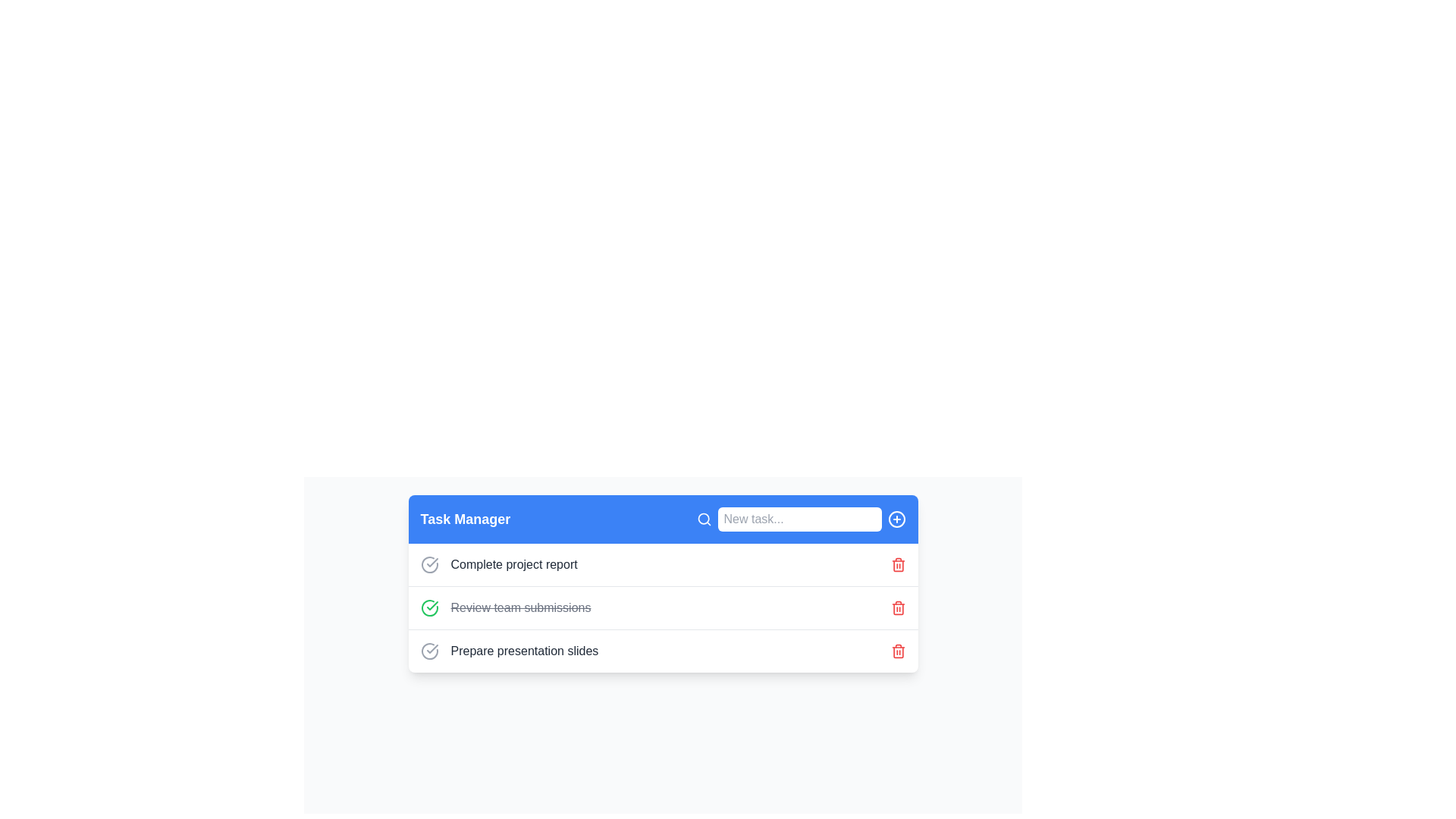  What do you see at coordinates (428, 651) in the screenshot?
I see `the Checkbox-like icon with a checkmark inside, located at the leftmost side of the task entry labeled 'Prepare presentation slides'` at bounding box center [428, 651].